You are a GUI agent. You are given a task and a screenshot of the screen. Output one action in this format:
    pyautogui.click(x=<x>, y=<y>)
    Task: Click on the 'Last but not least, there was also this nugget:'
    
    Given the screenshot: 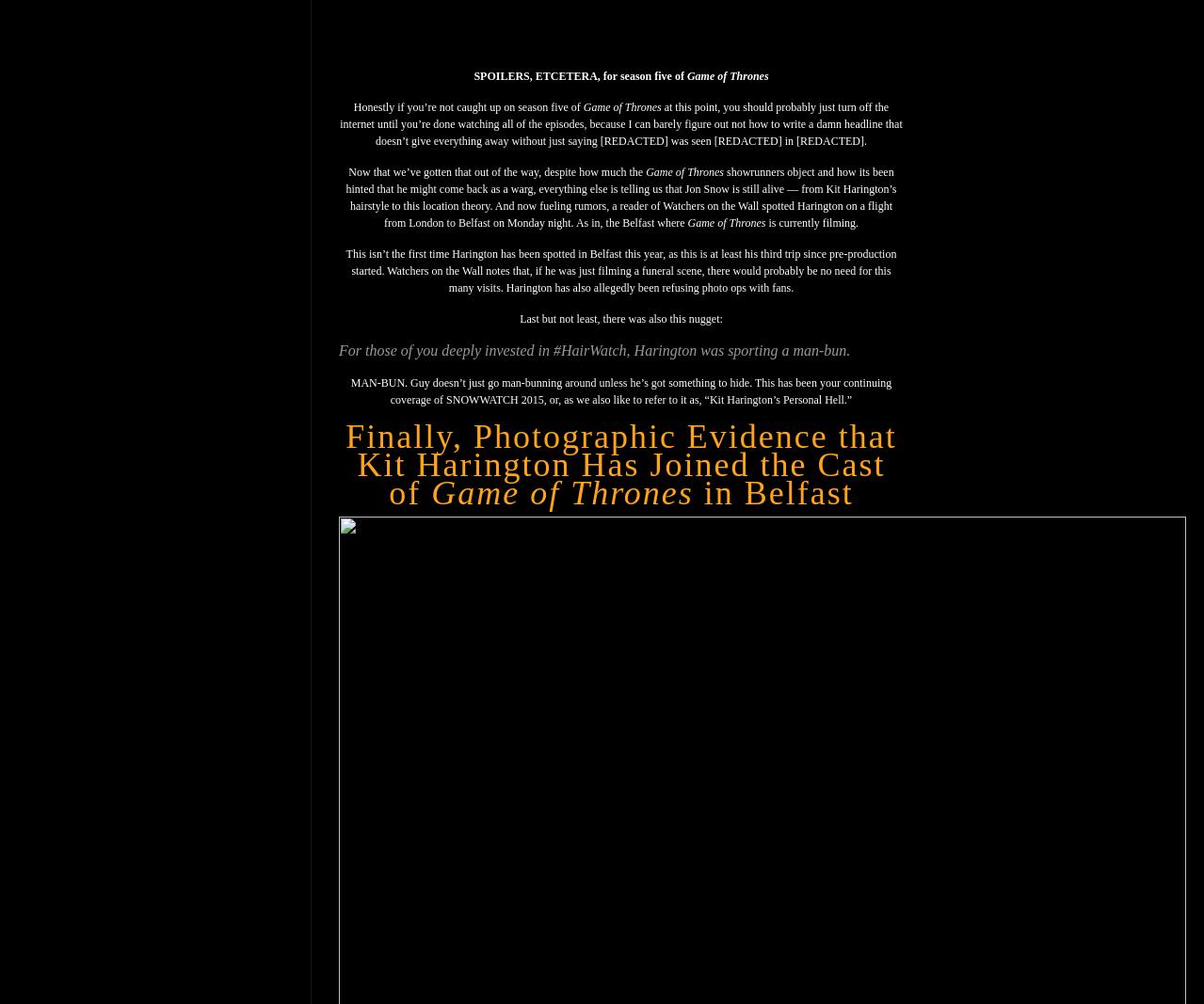 What is the action you would take?
    pyautogui.click(x=519, y=318)
    